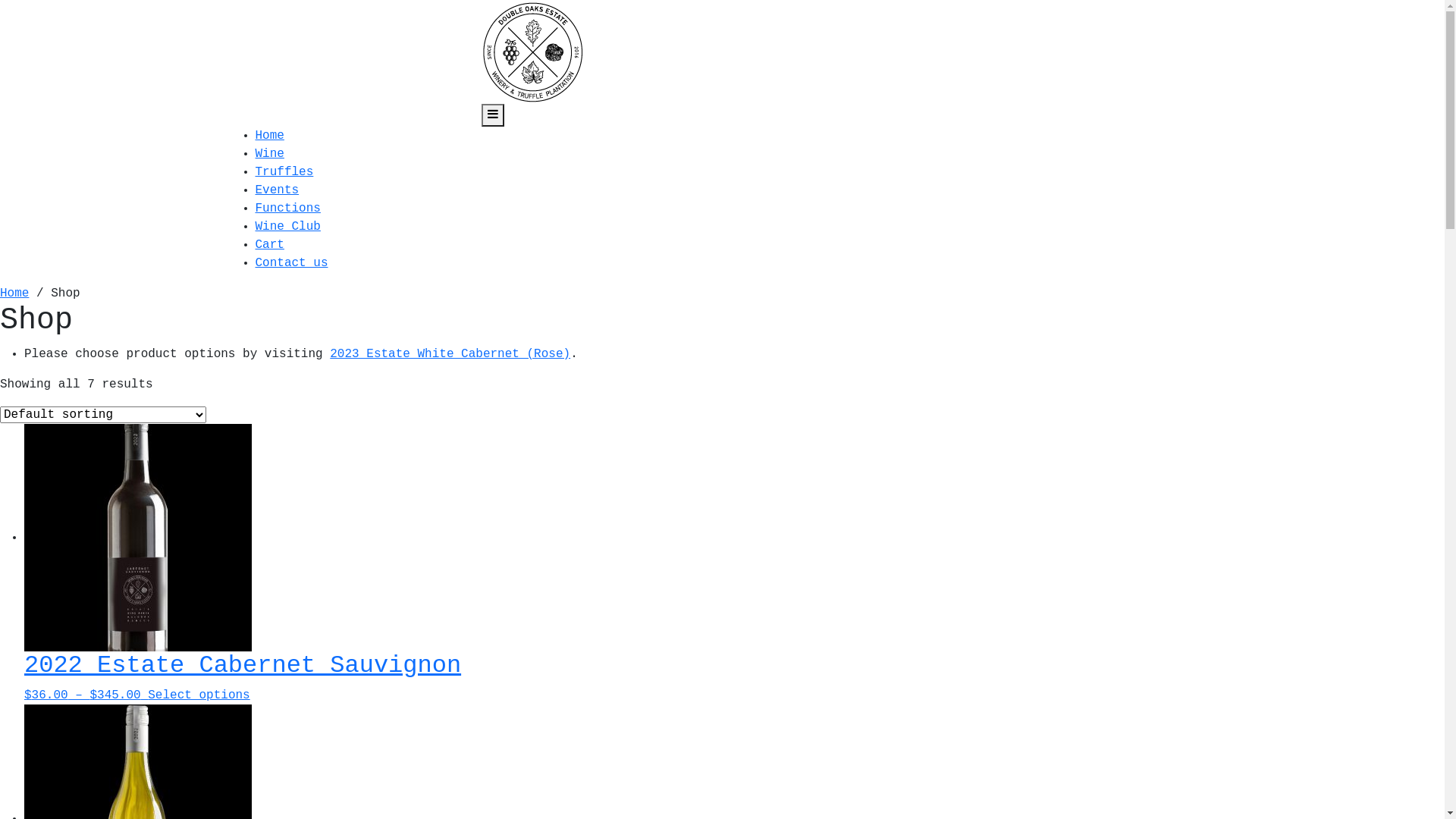 The height and width of the screenshot is (819, 1456). What do you see at coordinates (14, 293) in the screenshot?
I see `'Home'` at bounding box center [14, 293].